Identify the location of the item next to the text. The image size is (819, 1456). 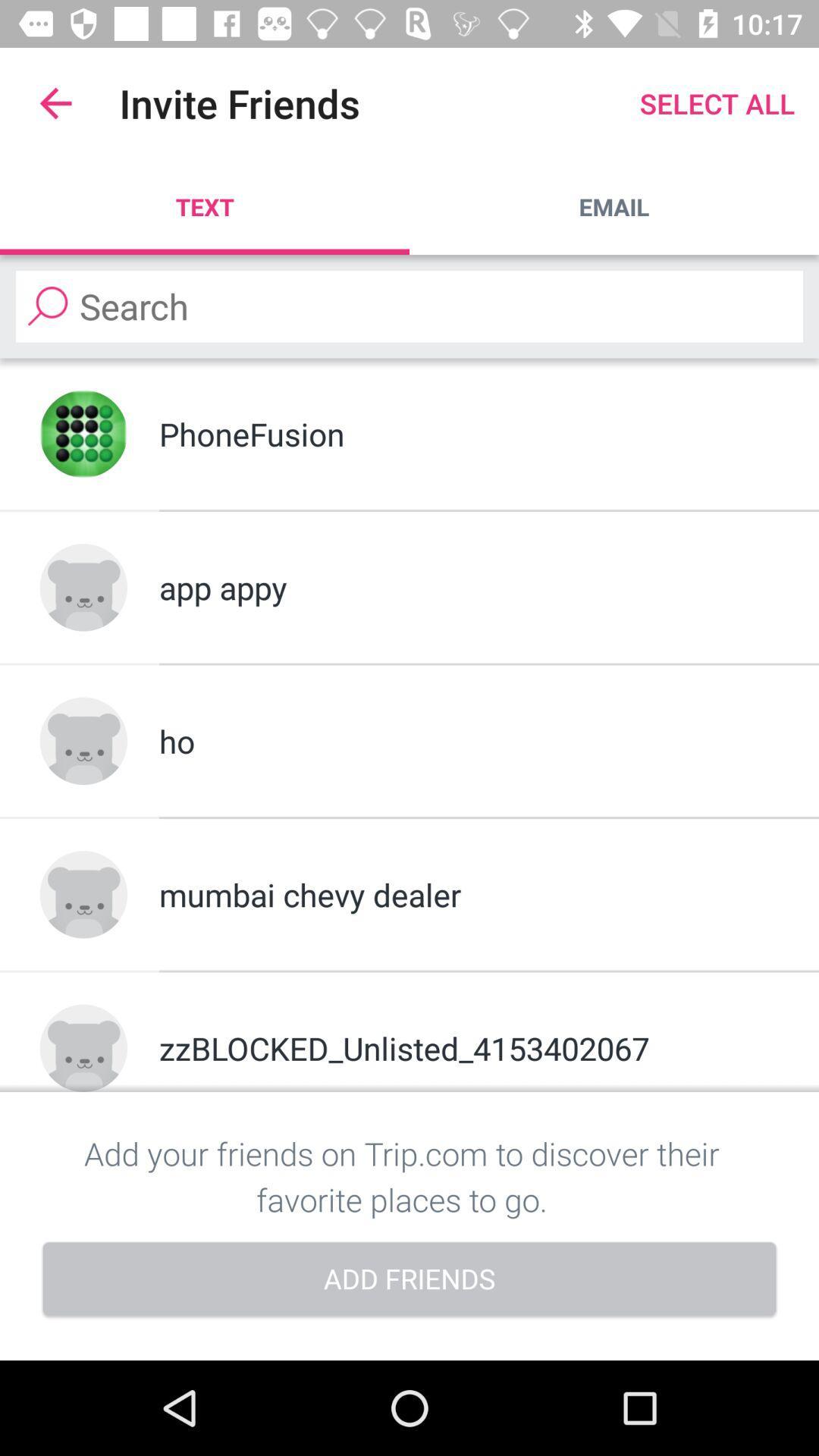
(614, 206).